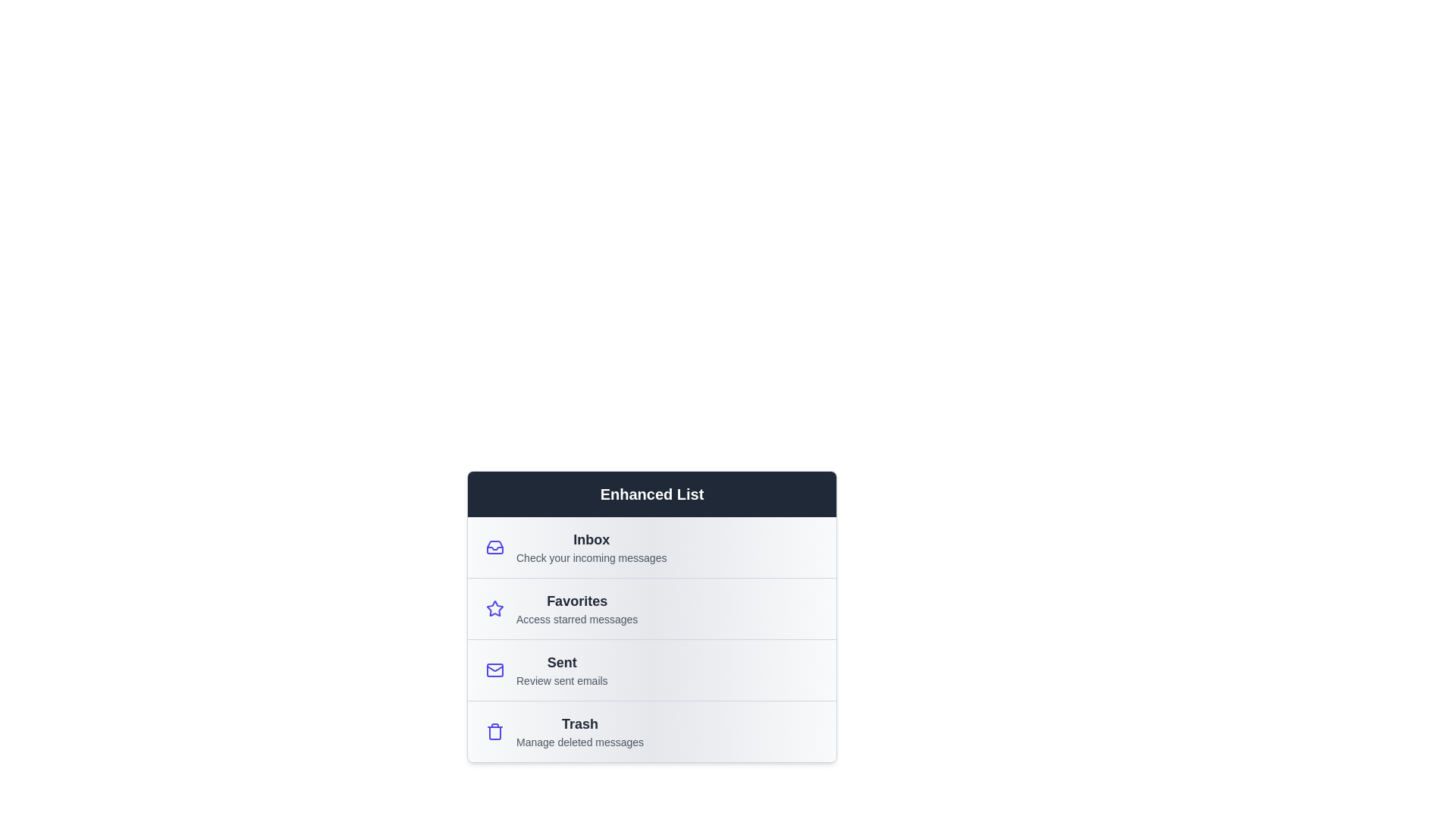  What do you see at coordinates (494, 667) in the screenshot?
I see `the envelope icon represented by a blue line, located in the uppermost row near the 'Inbox' label` at bounding box center [494, 667].